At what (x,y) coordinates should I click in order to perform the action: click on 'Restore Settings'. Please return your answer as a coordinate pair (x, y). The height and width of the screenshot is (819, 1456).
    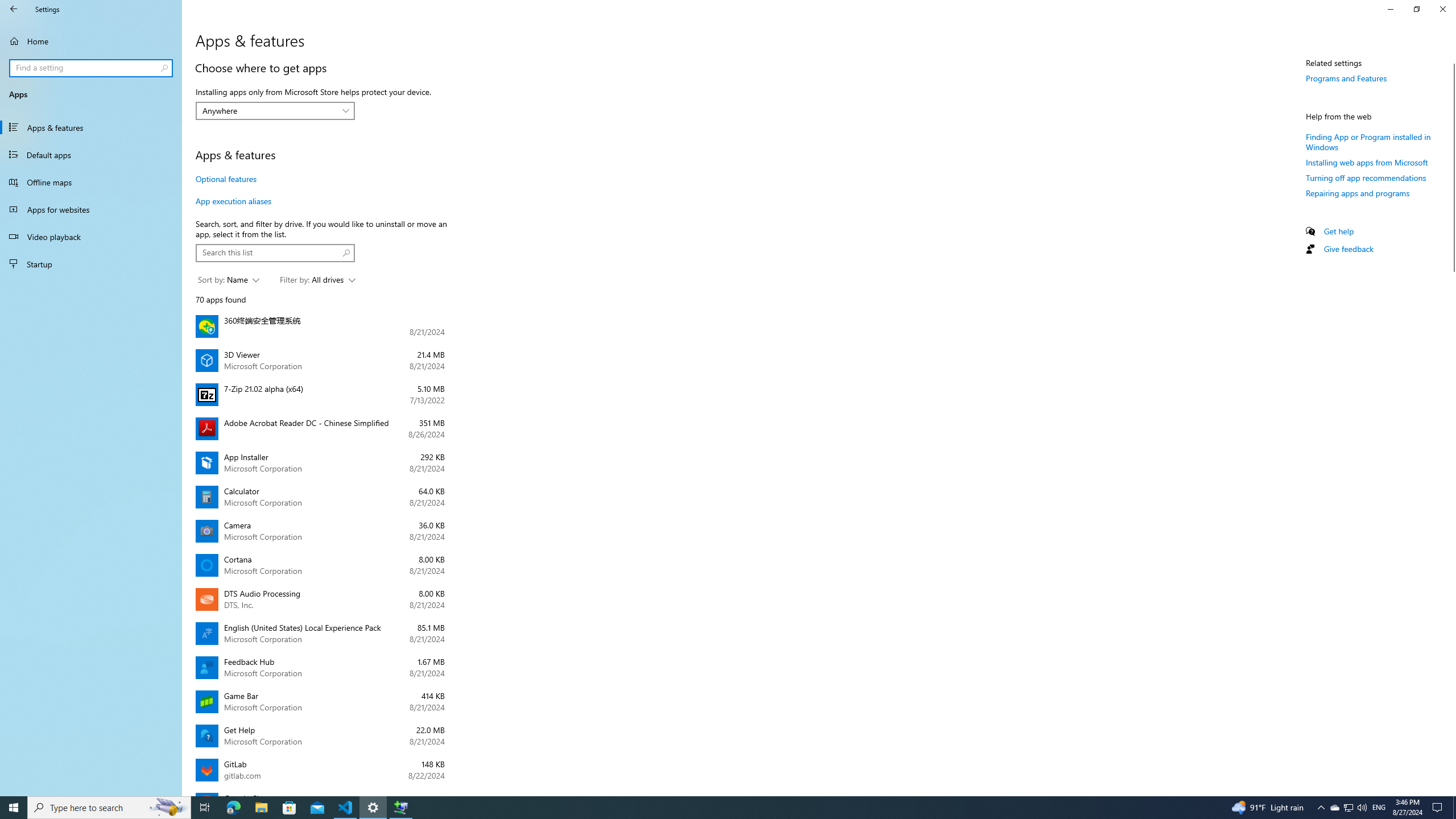
    Looking at the image, I should click on (1416, 9).